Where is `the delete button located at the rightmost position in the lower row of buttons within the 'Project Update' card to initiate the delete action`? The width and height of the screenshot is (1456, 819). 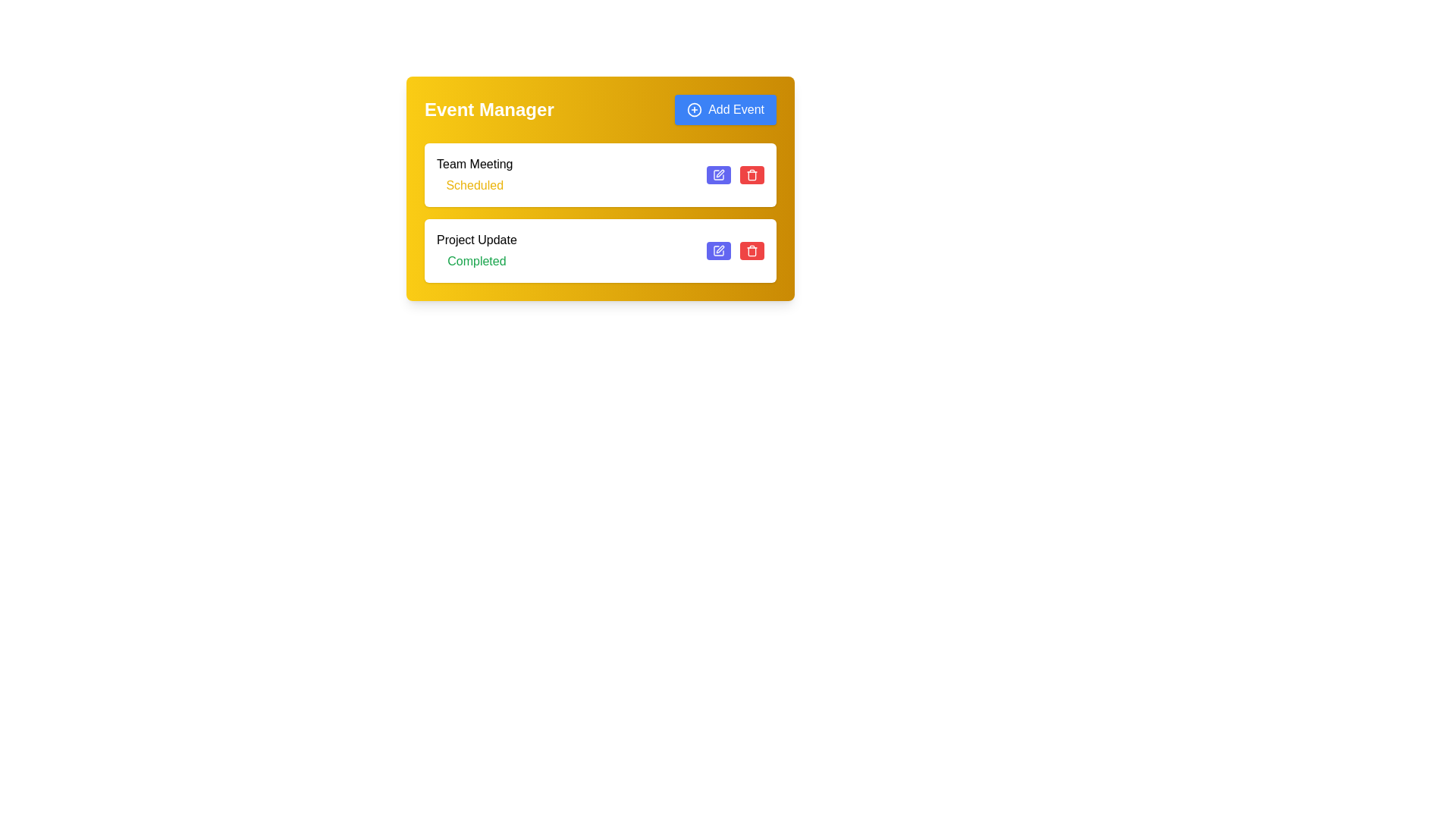 the delete button located at the rightmost position in the lower row of buttons within the 'Project Update' card to initiate the delete action is located at coordinates (752, 250).